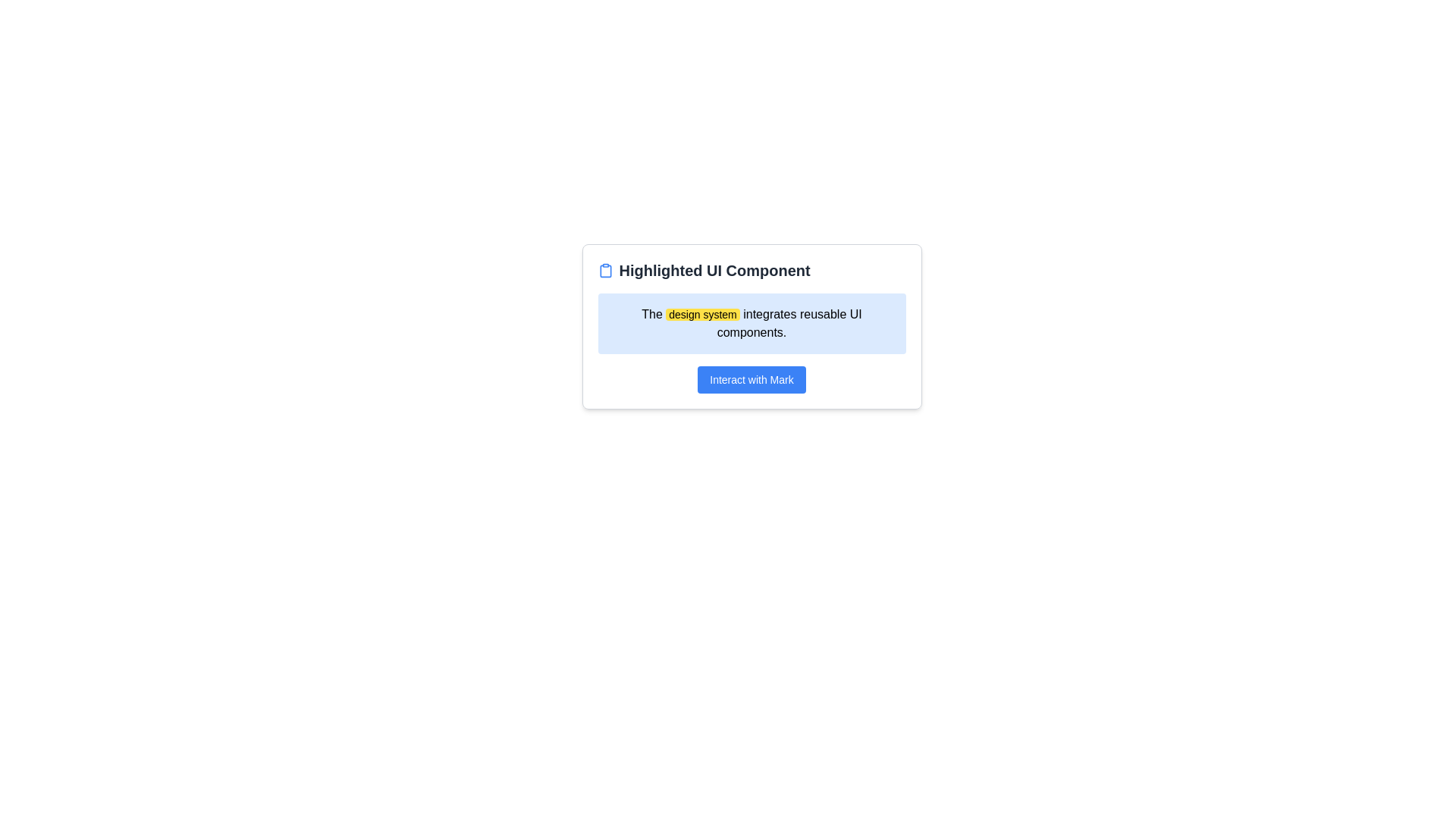 The width and height of the screenshot is (1456, 819). I want to click on the heading text element that serves as a label for the content beneath it, positioned to the right of a blue clipboard icon, so click(714, 270).